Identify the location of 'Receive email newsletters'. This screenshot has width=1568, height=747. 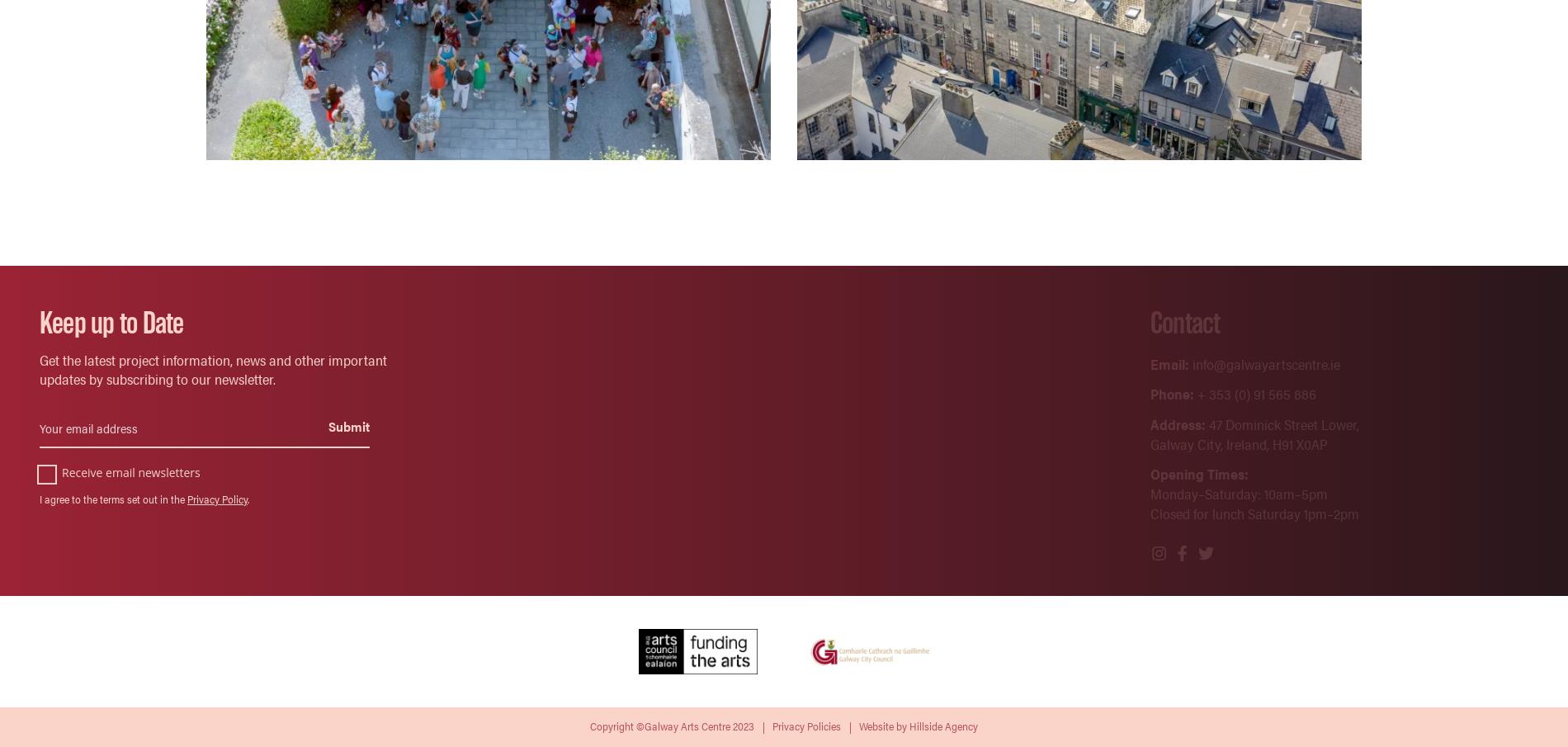
(62, 471).